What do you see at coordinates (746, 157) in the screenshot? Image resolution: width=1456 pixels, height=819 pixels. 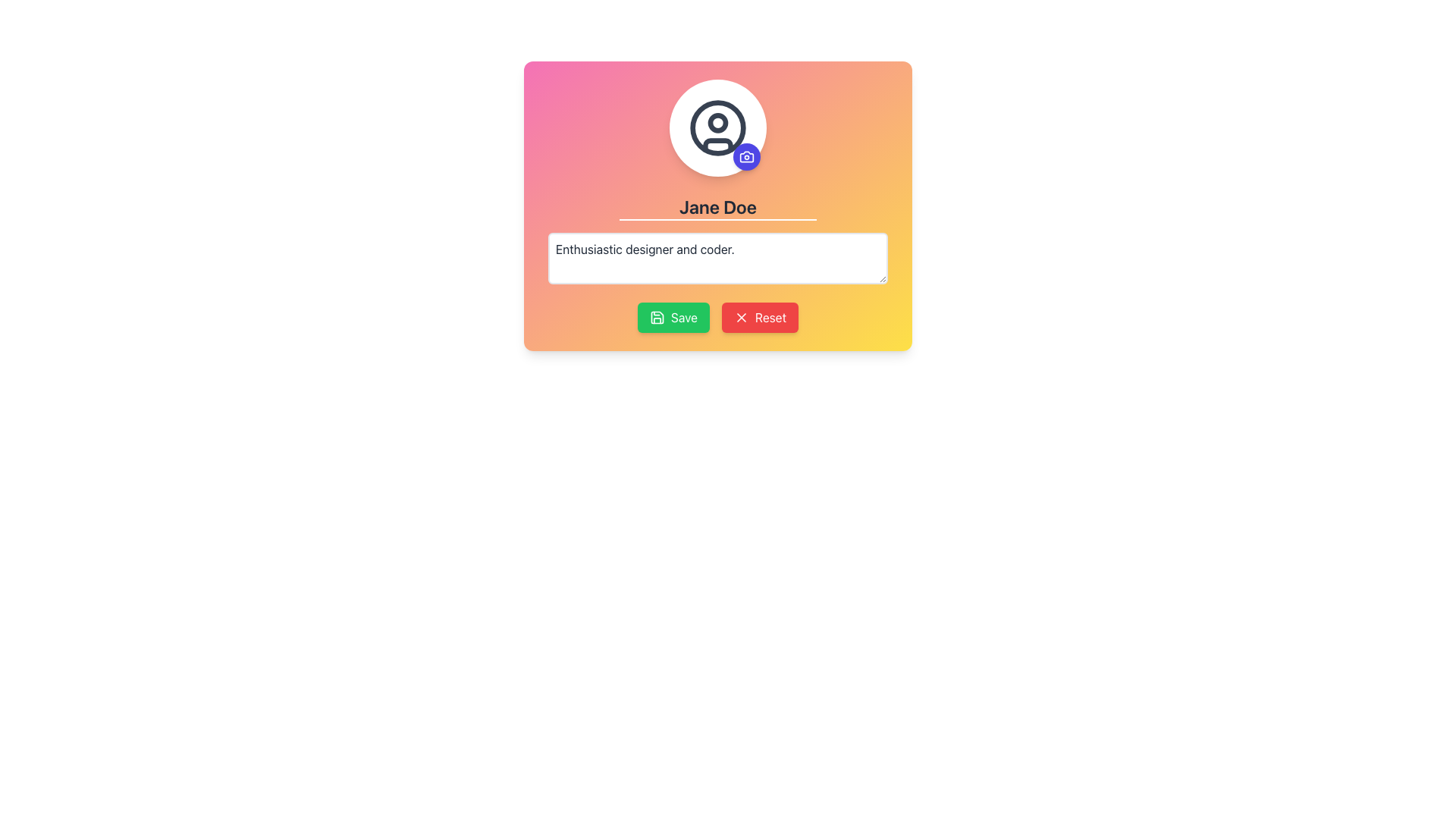 I see `the camera or upload icon located within the circular overlay on the lower-right side of the large profile picture` at bounding box center [746, 157].